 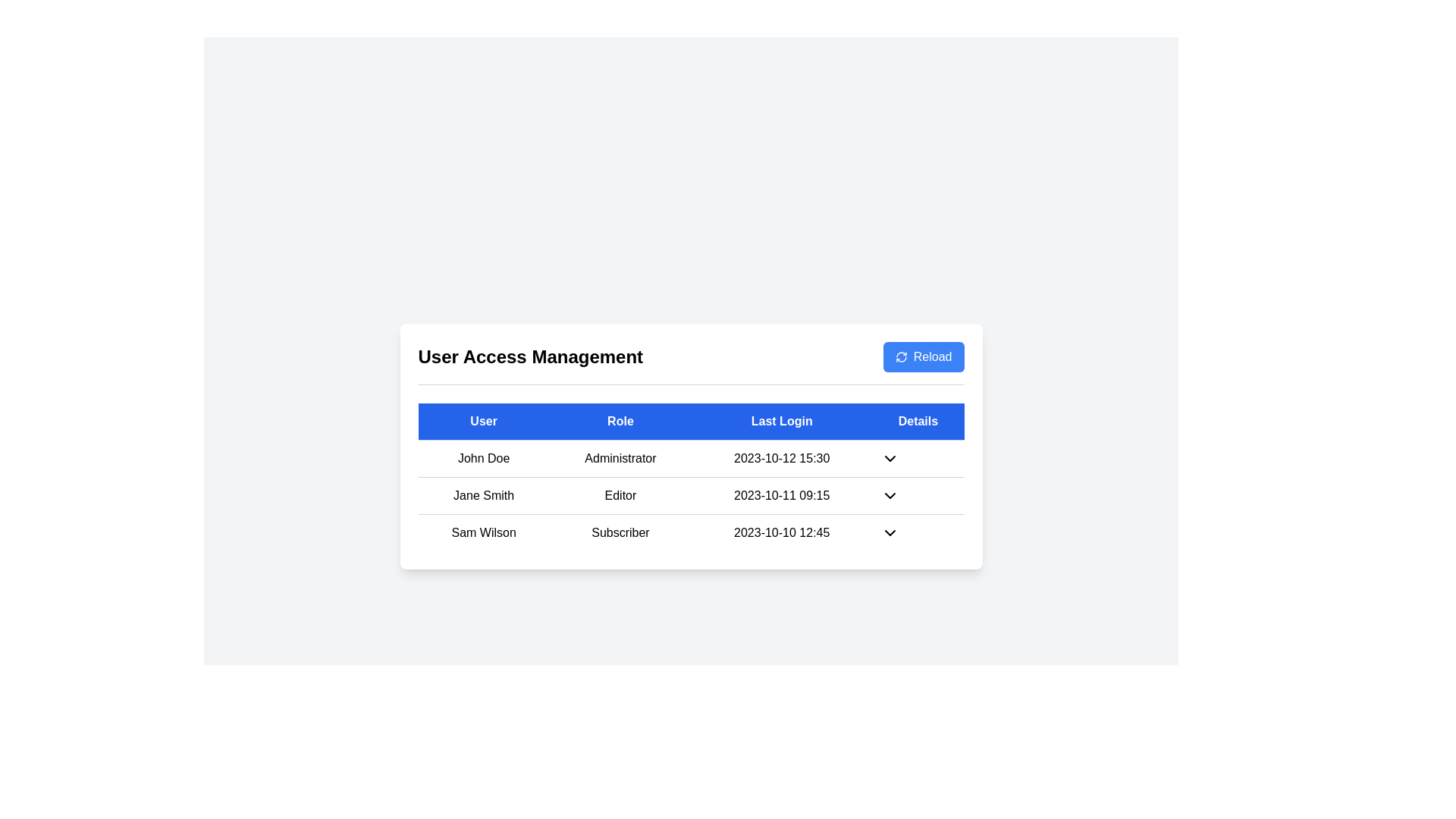 I want to click on the text label indicating the user name 'Sam Wilson' in the Subscriber row of the table under the User column, so click(x=483, y=532).